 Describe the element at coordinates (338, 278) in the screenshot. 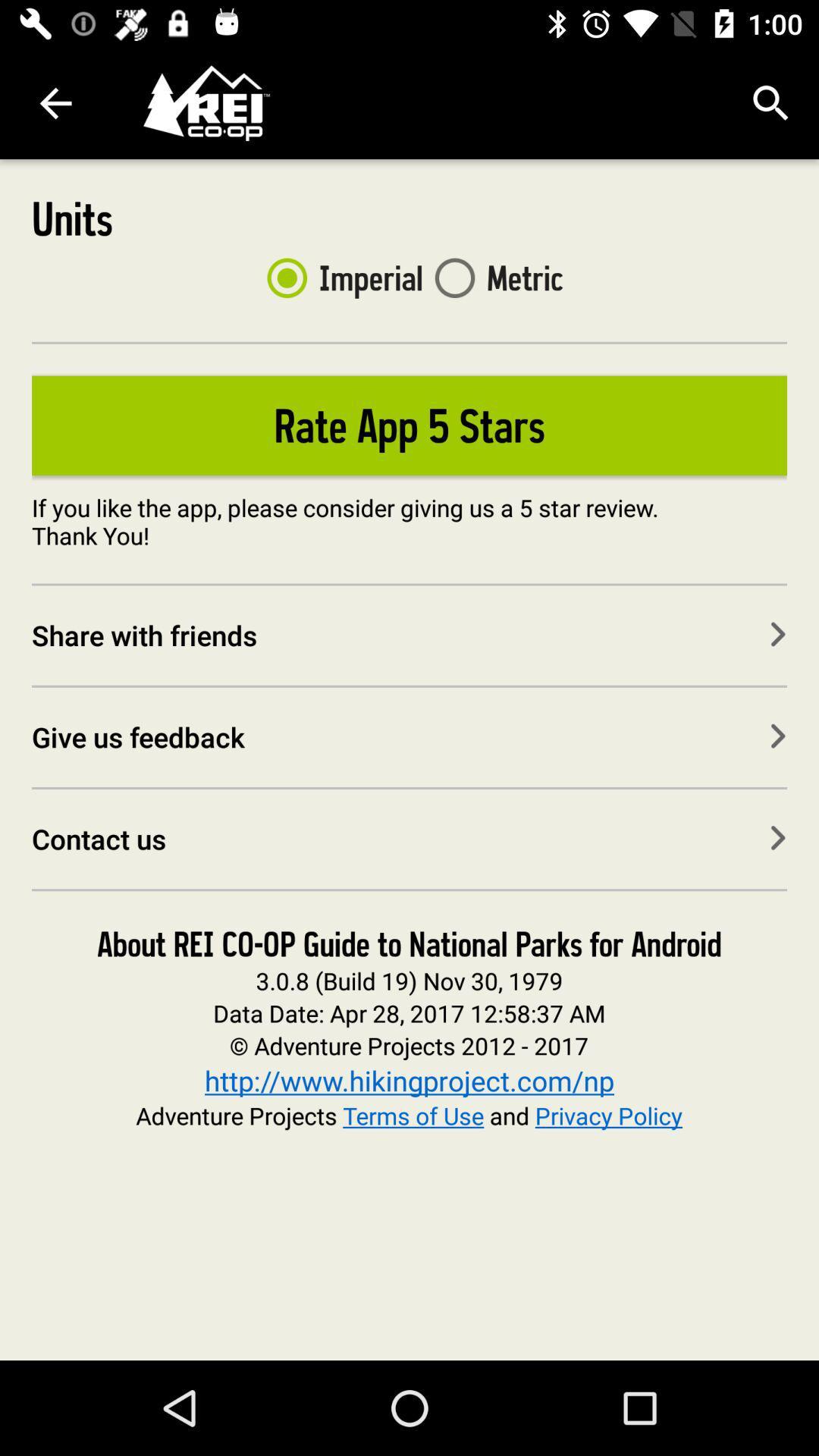

I see `item next to units` at that location.